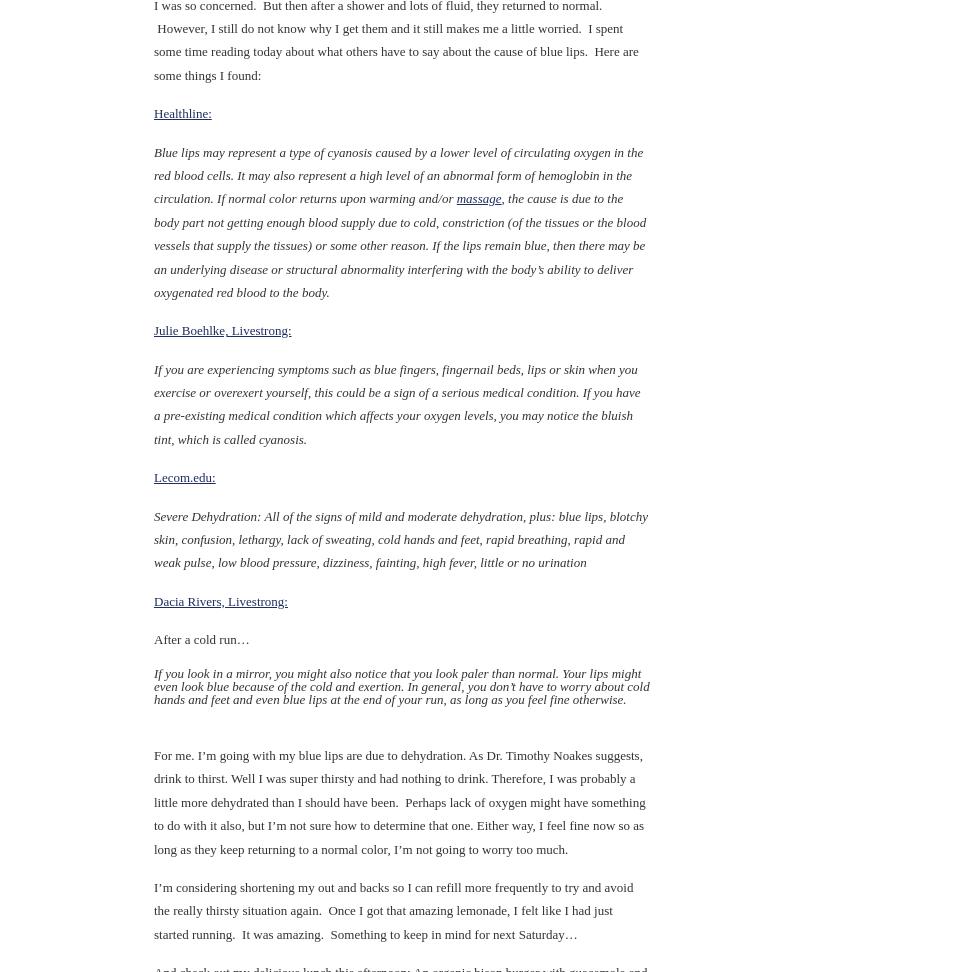  What do you see at coordinates (182, 112) in the screenshot?
I see `'Healthline:'` at bounding box center [182, 112].